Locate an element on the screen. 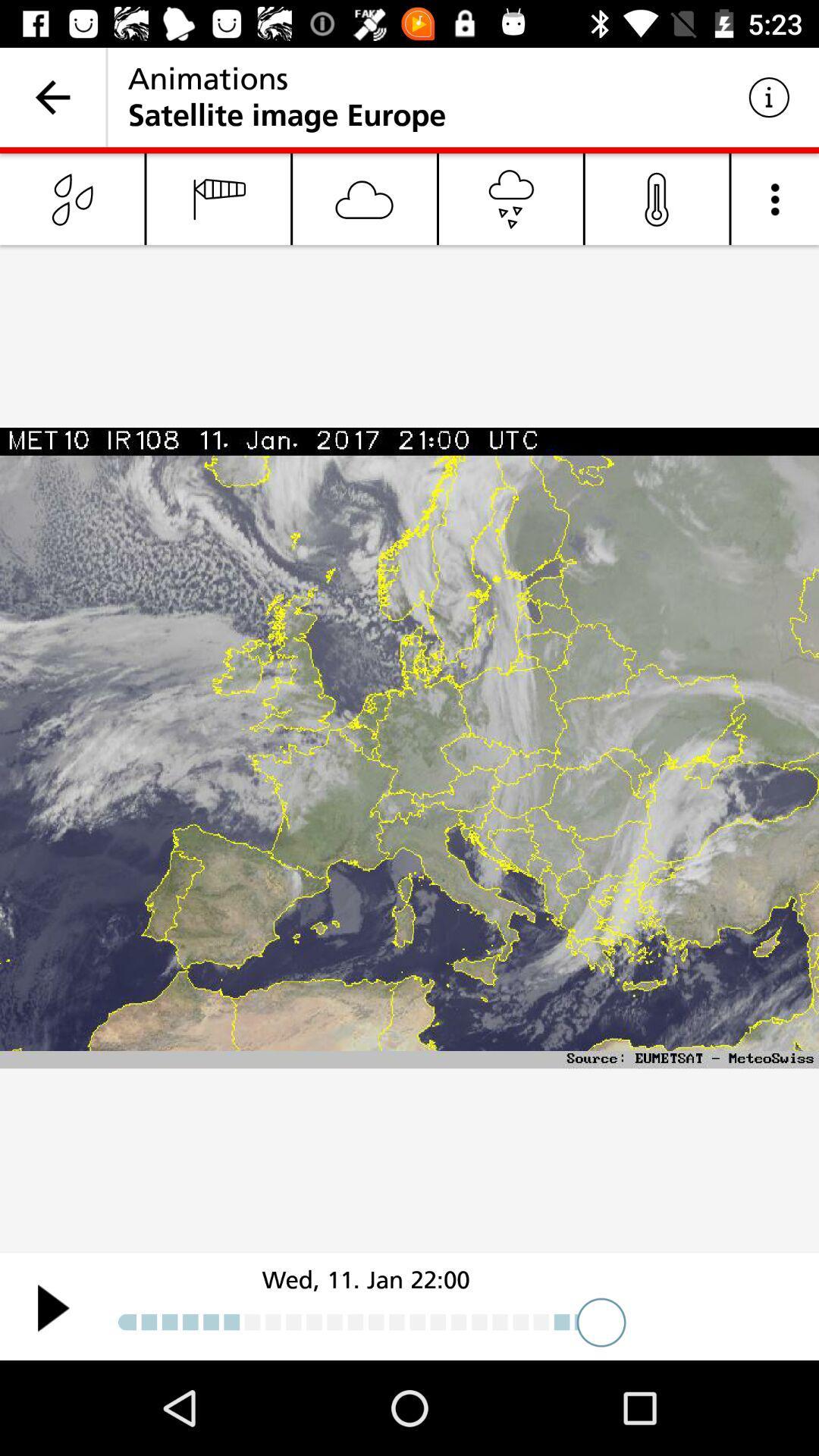  weather pattern is located at coordinates (52, 1307).